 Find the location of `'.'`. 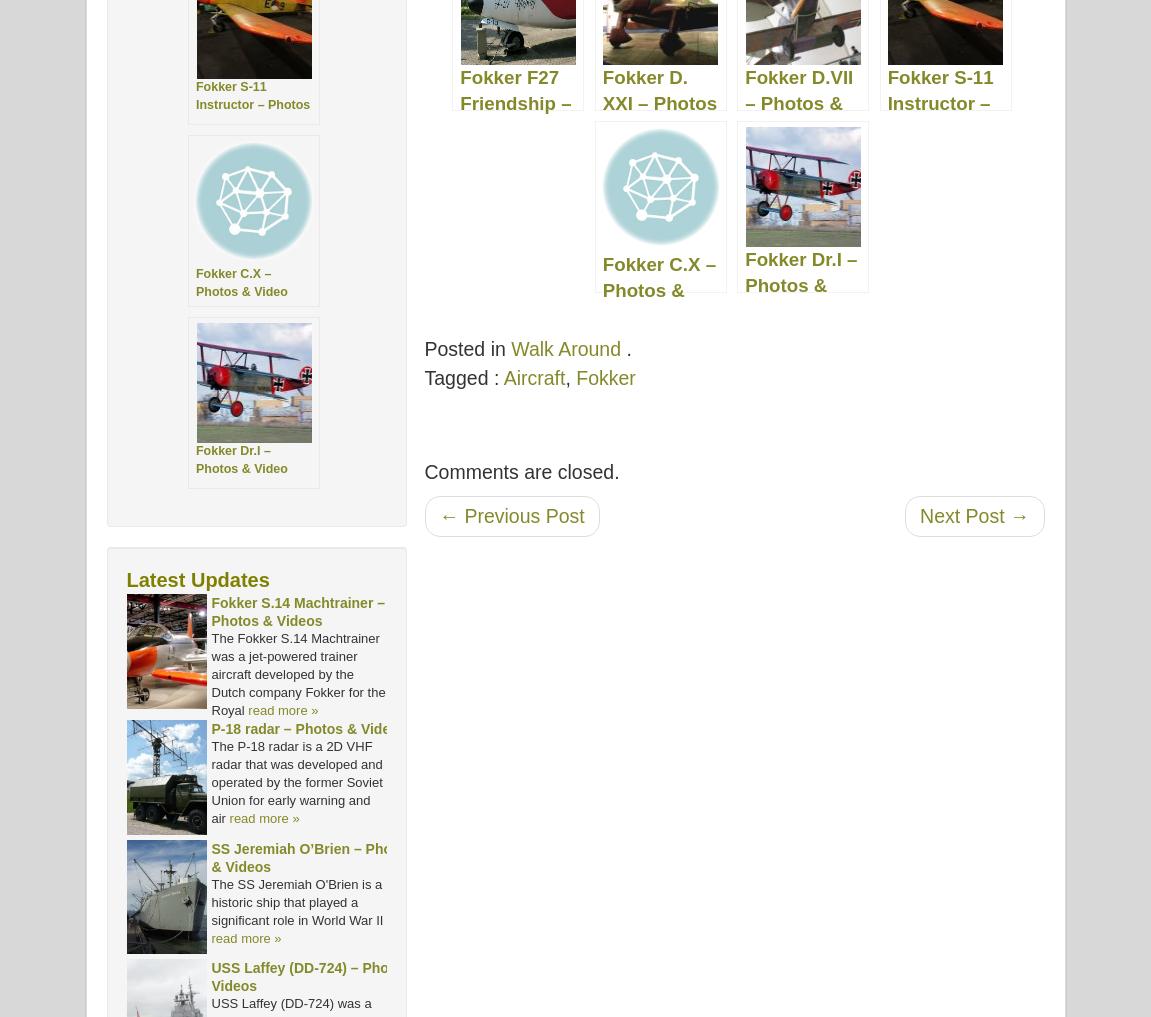

'.' is located at coordinates (626, 348).